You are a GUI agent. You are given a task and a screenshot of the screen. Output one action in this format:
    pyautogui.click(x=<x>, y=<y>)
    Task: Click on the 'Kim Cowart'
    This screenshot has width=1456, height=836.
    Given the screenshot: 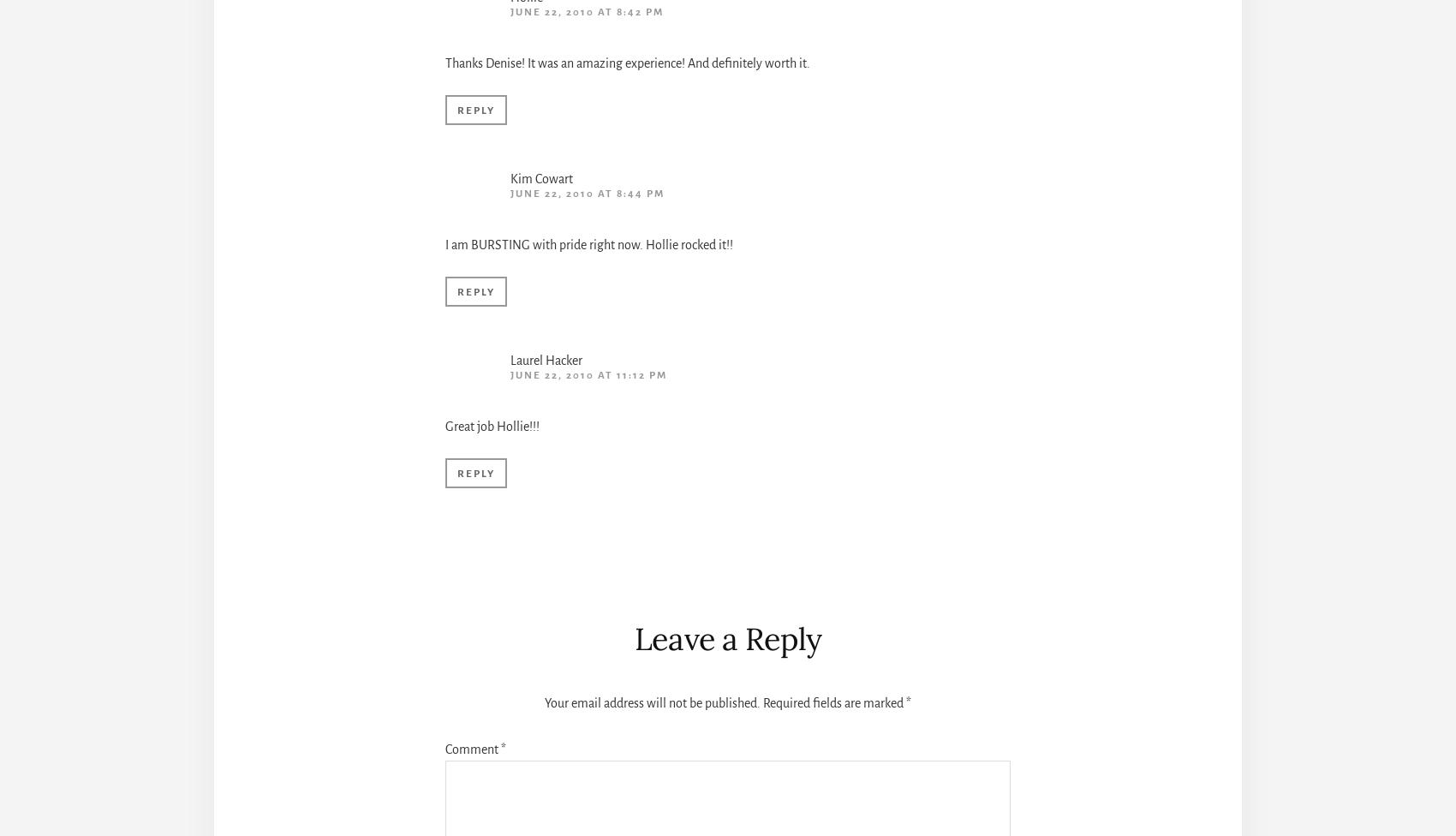 What is the action you would take?
    pyautogui.click(x=510, y=177)
    